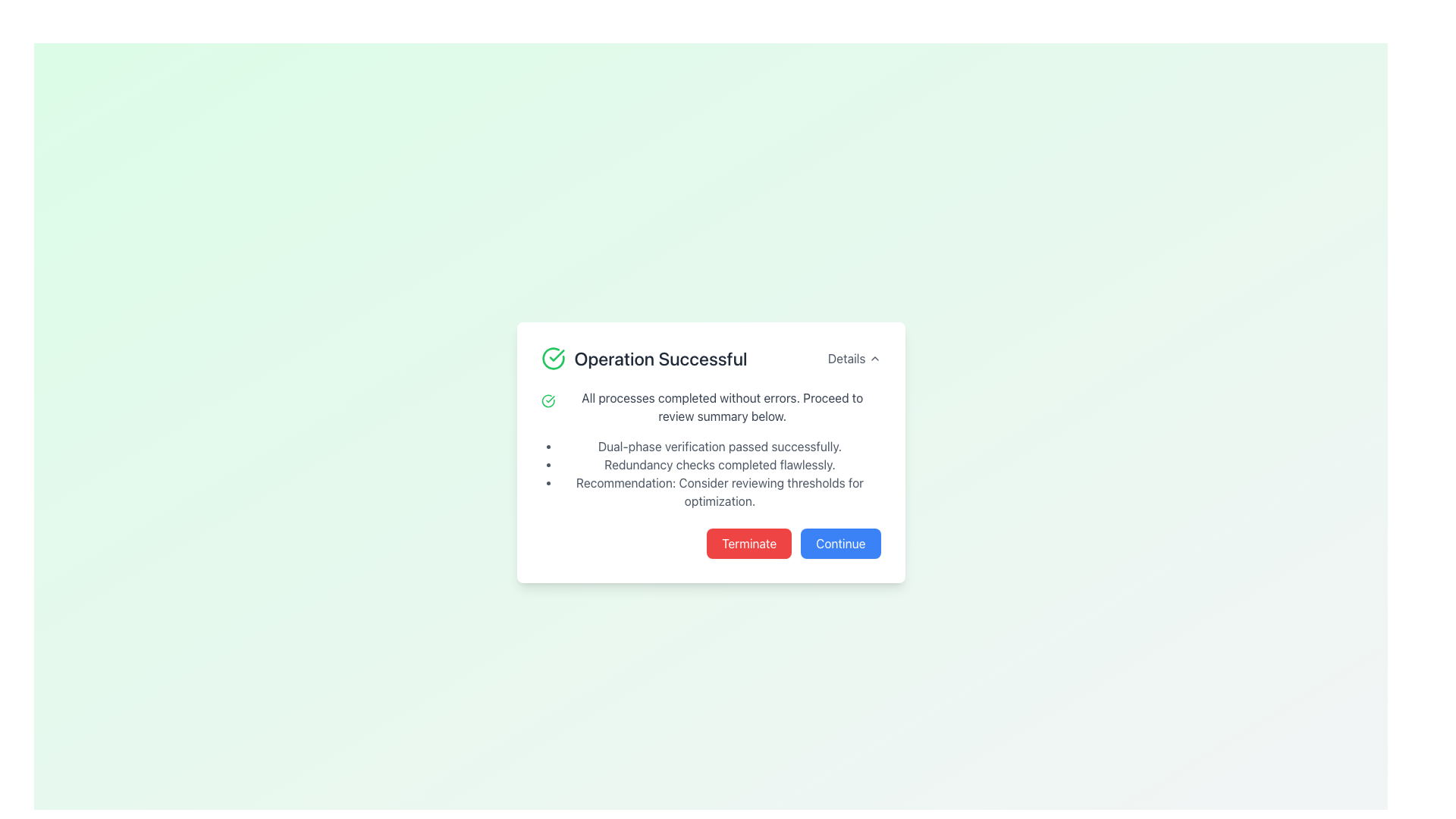  Describe the element at coordinates (661, 359) in the screenshot. I see `the text element displaying 'Operation Successful', which is a large and bold headline indicating a successful operation, located near the top of a modal` at that location.